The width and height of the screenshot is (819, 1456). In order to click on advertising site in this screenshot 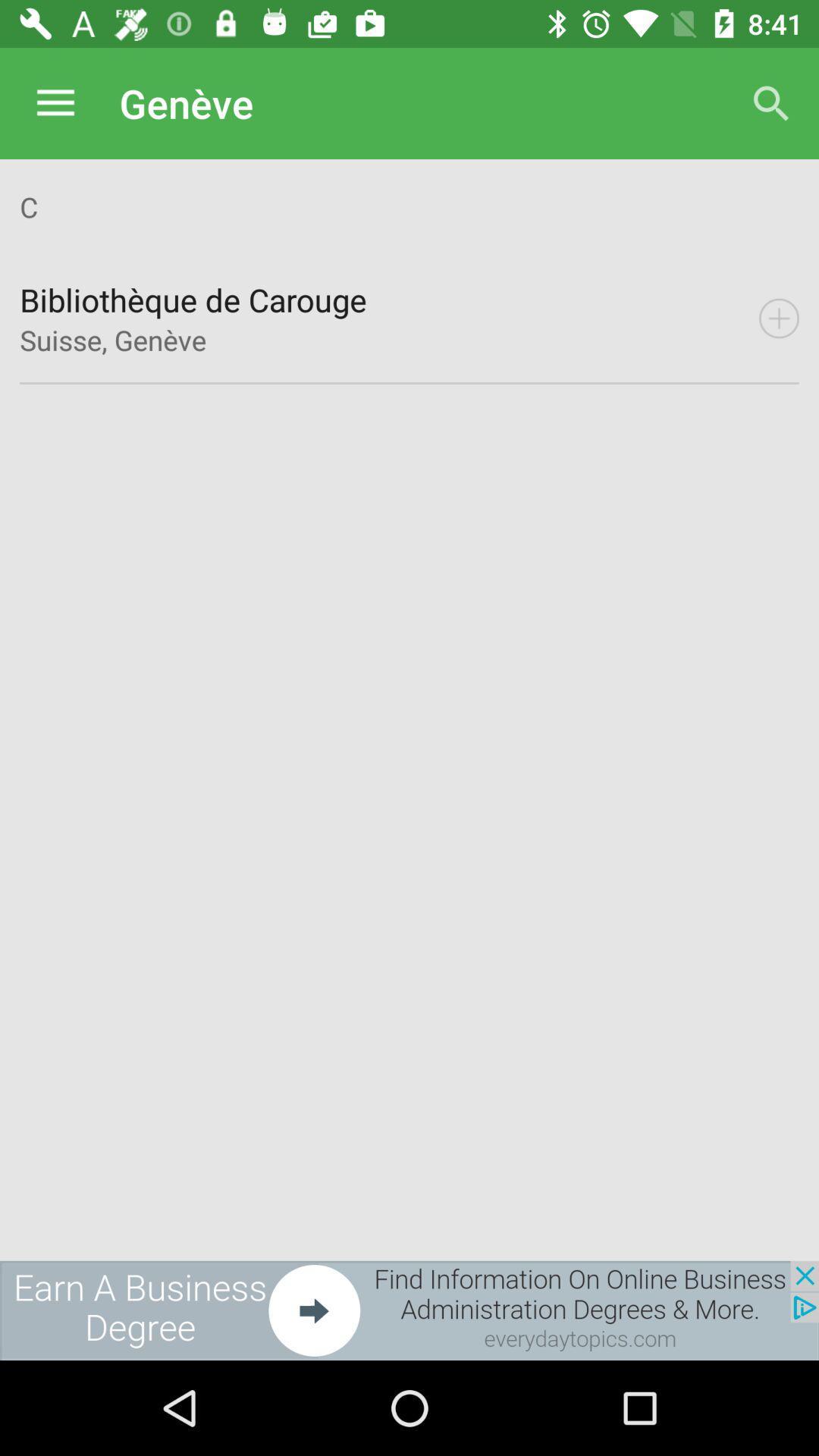, I will do `click(409, 1310)`.